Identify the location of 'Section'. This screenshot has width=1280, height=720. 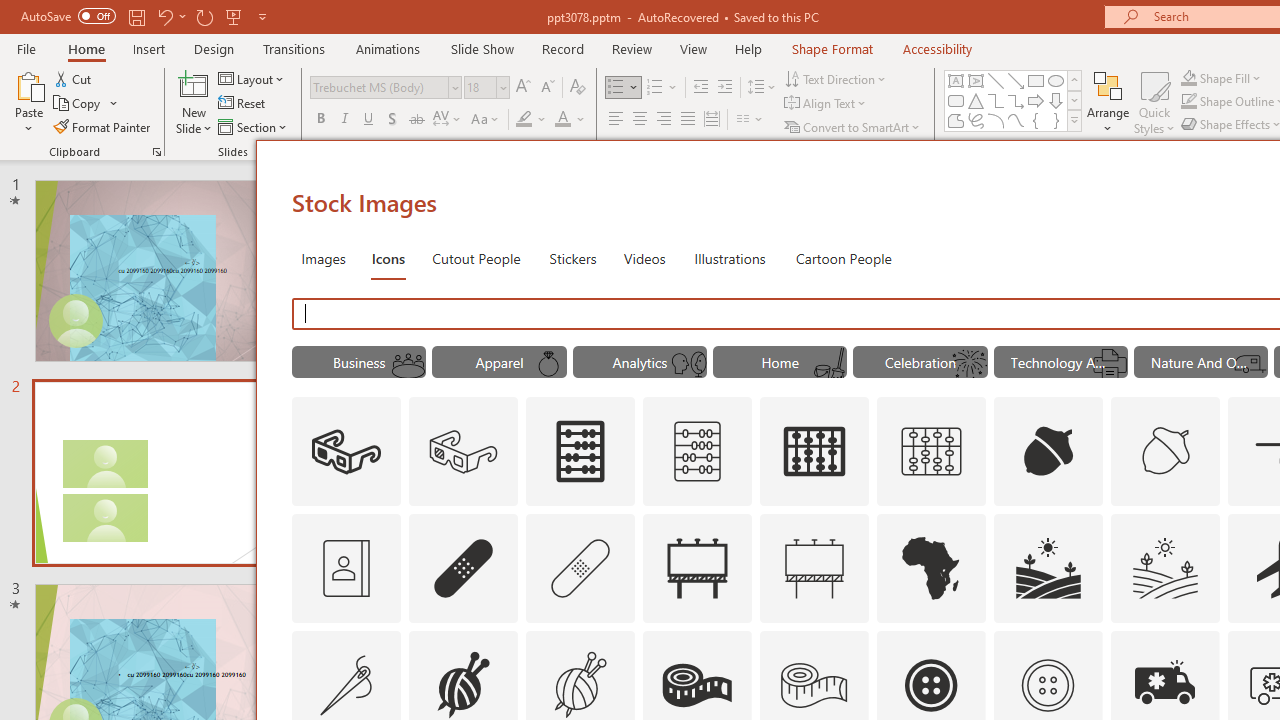
(253, 127).